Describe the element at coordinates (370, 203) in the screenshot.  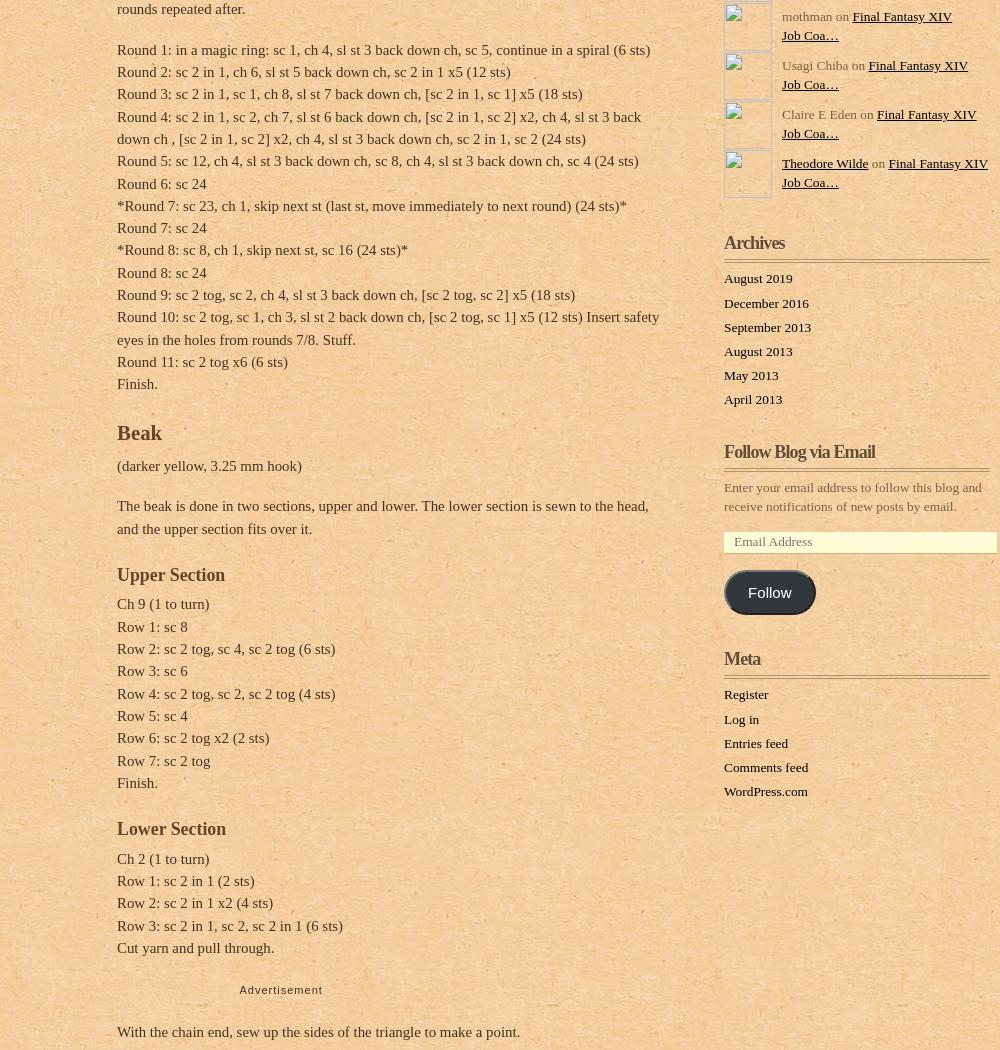
I see `'*Round 7: sc 23, ch 1, skip next st (last st, move immediately to next round) (24 sts)*'` at that location.